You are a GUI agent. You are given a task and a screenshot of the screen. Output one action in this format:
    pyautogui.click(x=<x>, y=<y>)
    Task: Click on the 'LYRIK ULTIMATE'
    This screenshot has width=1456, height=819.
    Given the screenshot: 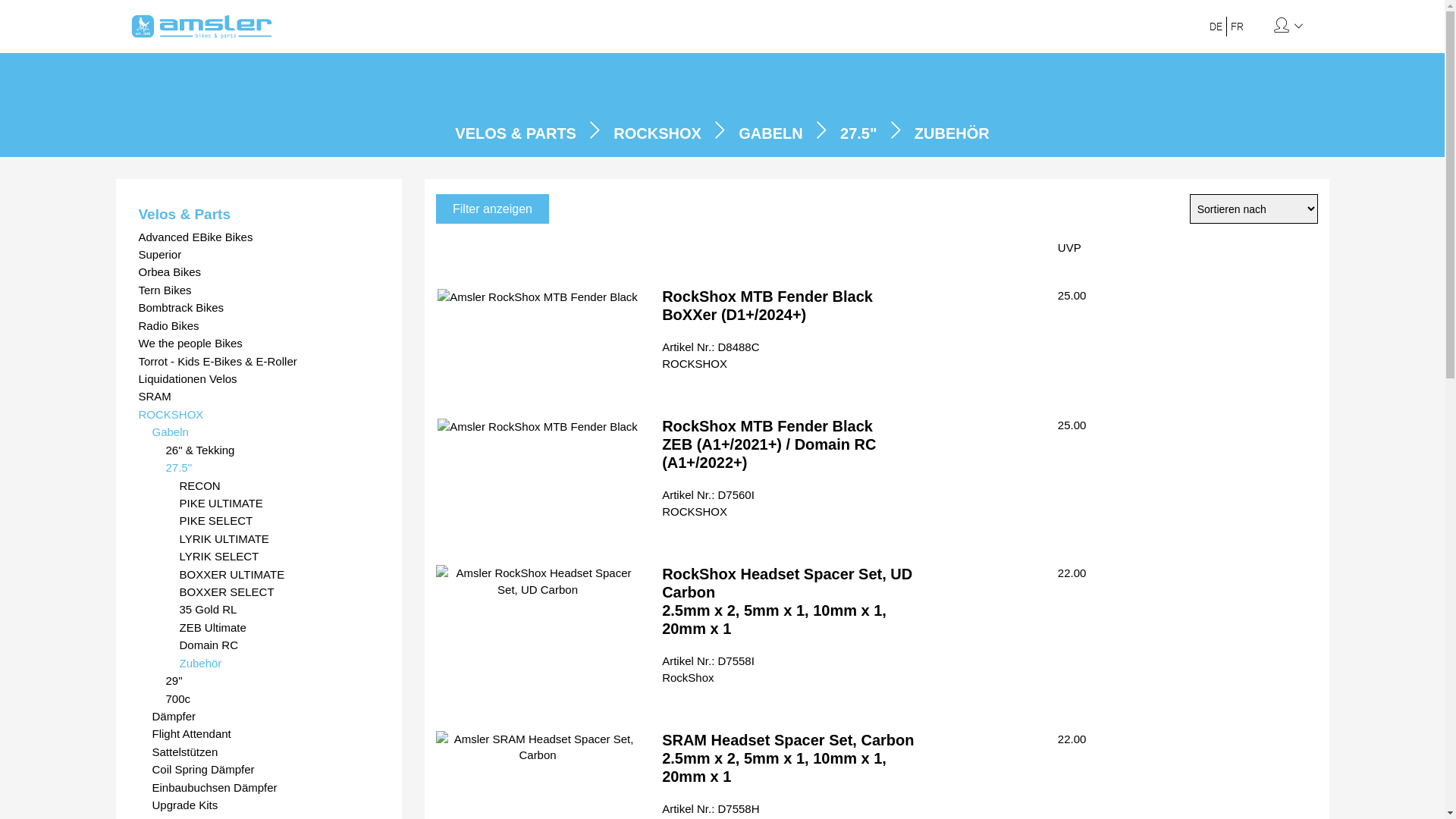 What is the action you would take?
    pyautogui.click(x=279, y=538)
    